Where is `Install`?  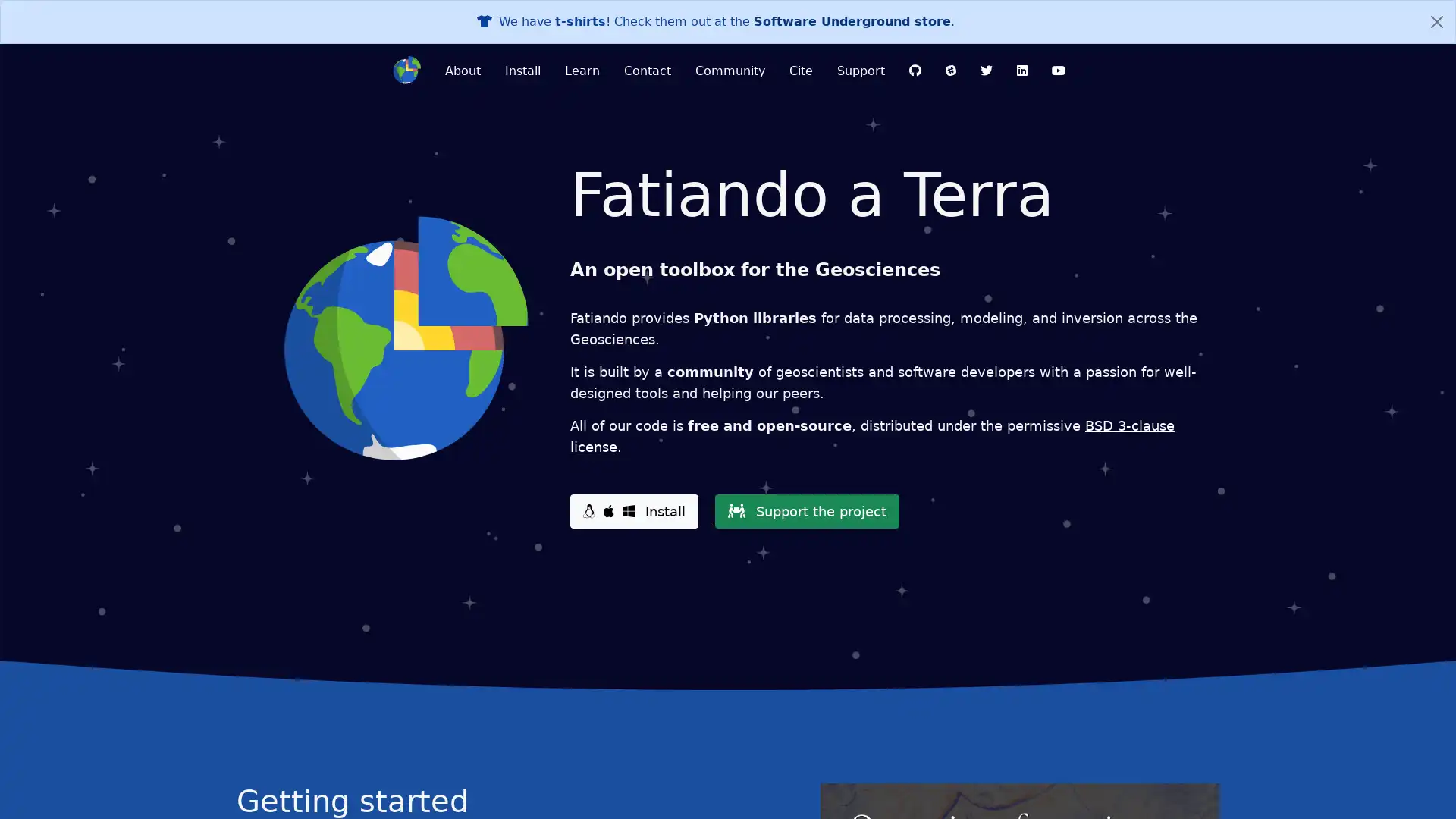 Install is located at coordinates (633, 511).